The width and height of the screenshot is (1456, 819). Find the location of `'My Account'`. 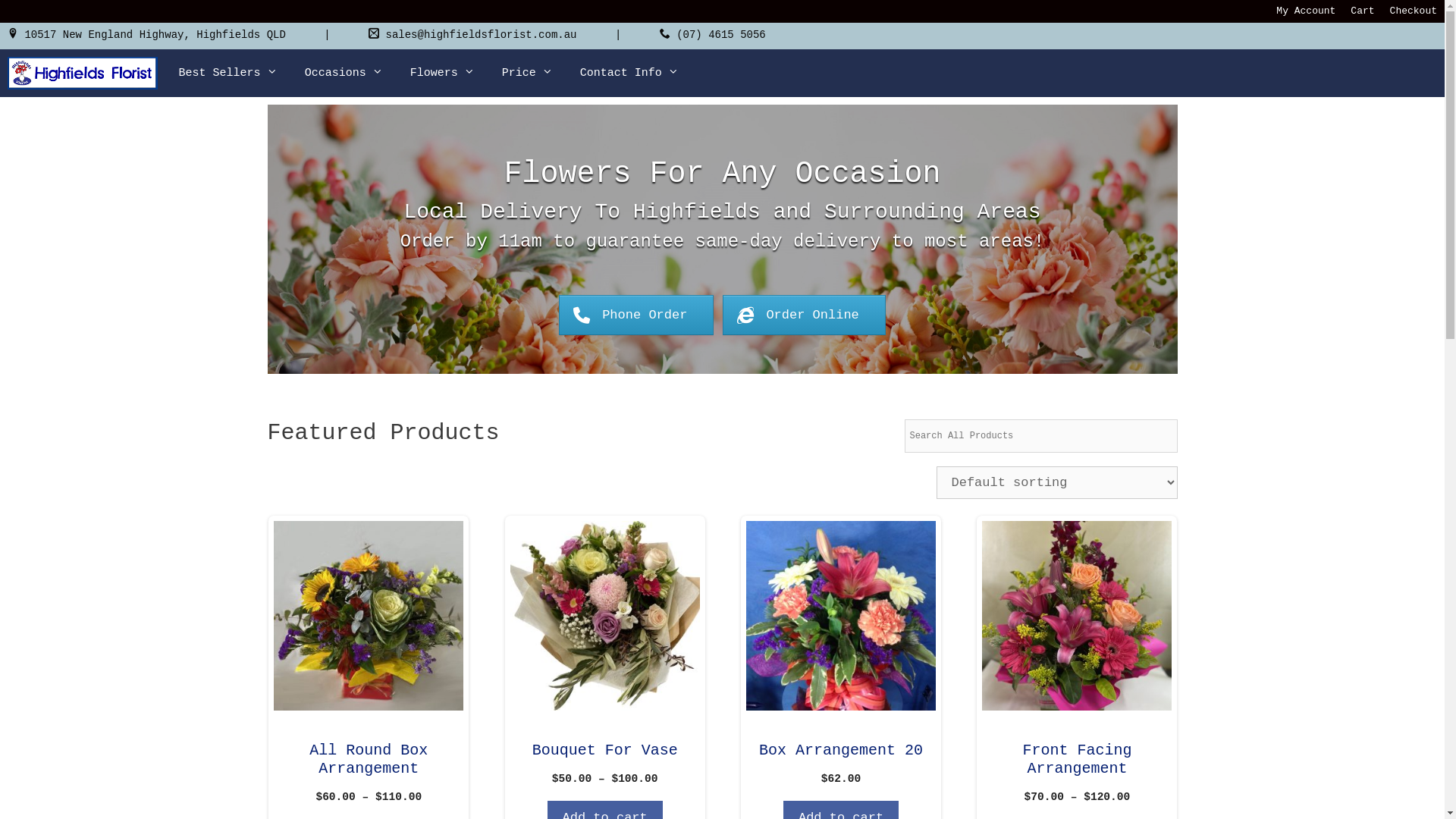

'My Account' is located at coordinates (1305, 11).